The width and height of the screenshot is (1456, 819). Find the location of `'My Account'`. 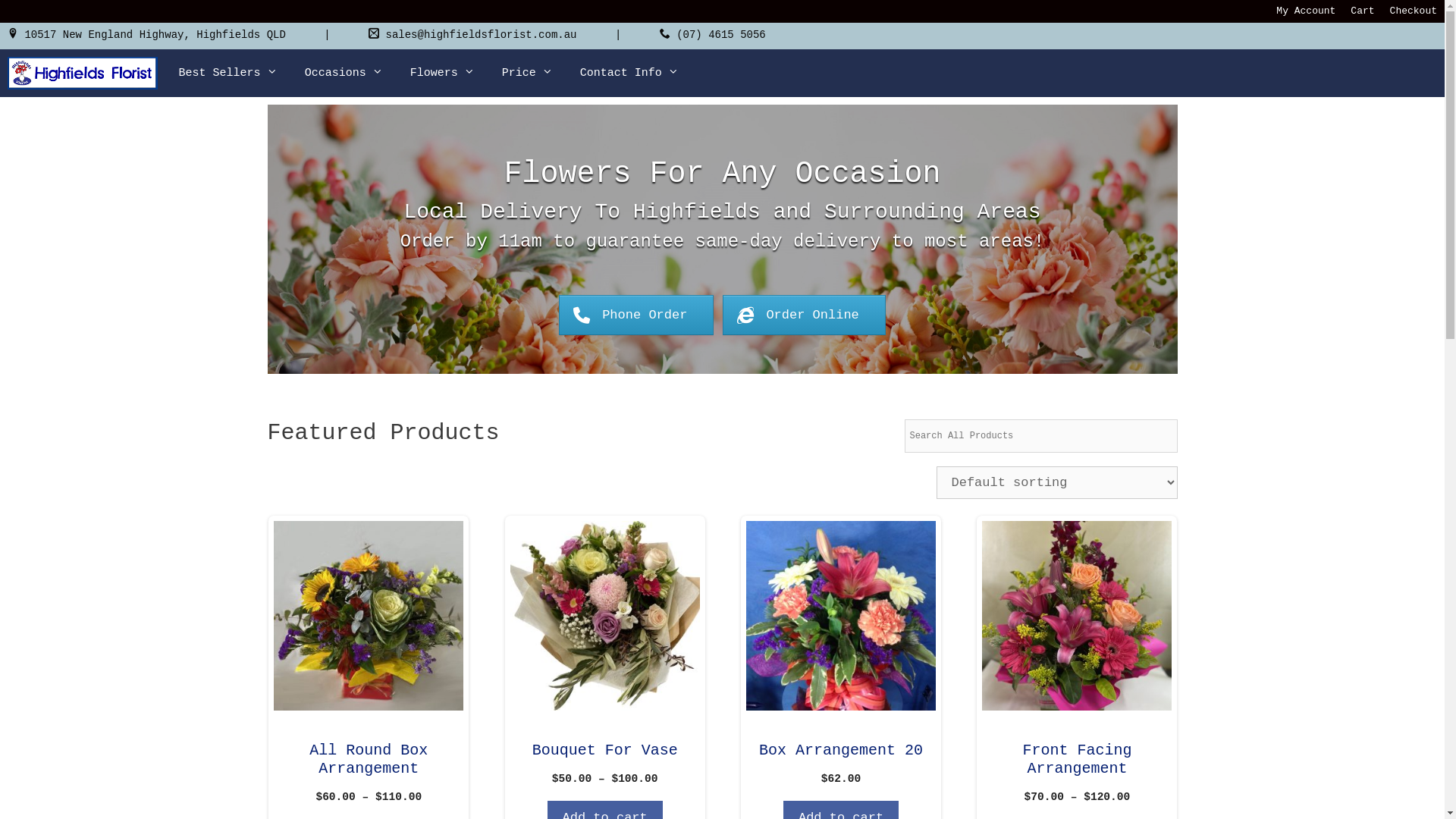

'My Account' is located at coordinates (1305, 11).